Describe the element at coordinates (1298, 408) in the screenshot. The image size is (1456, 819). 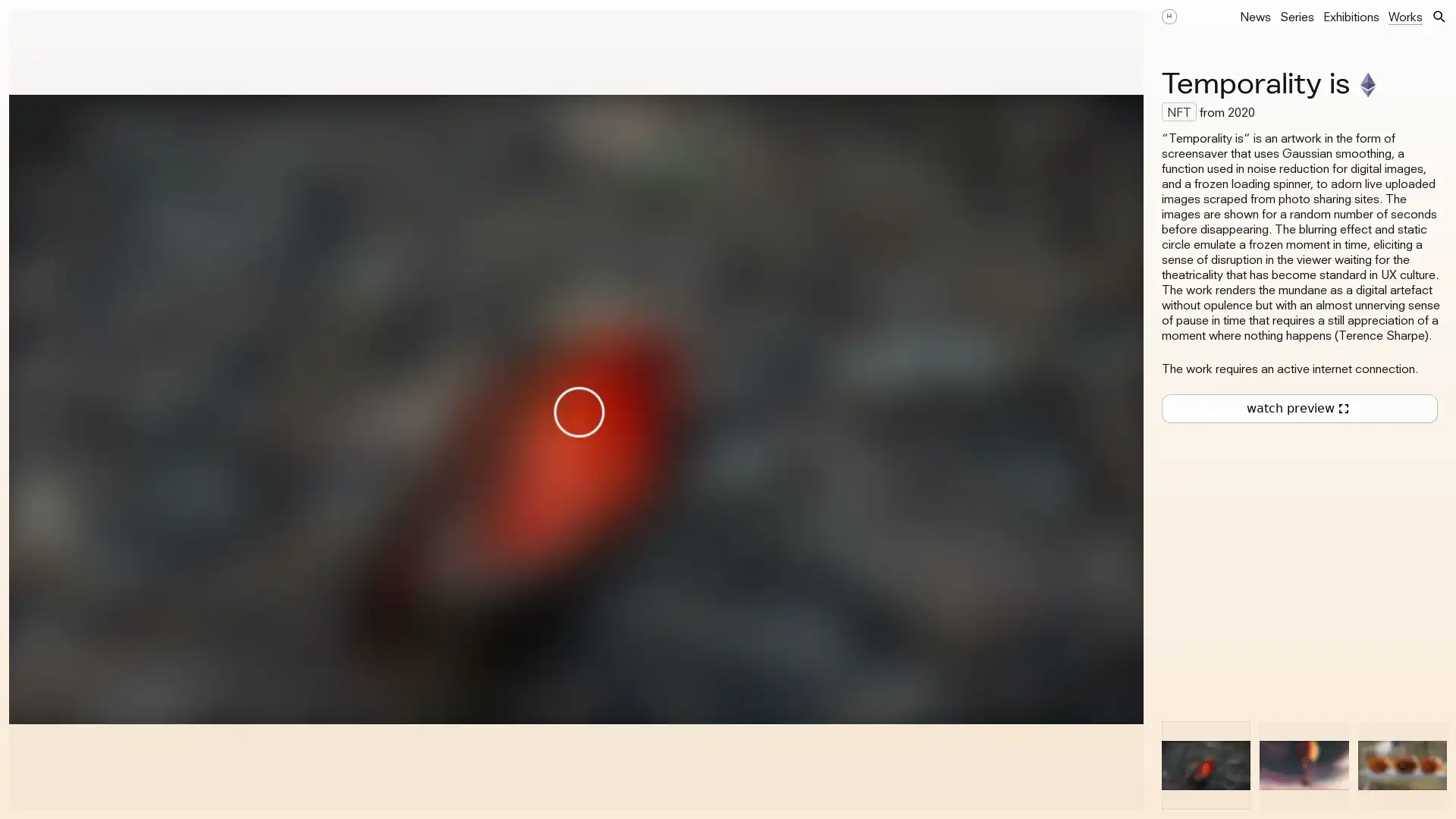
I see `watch preview` at that location.